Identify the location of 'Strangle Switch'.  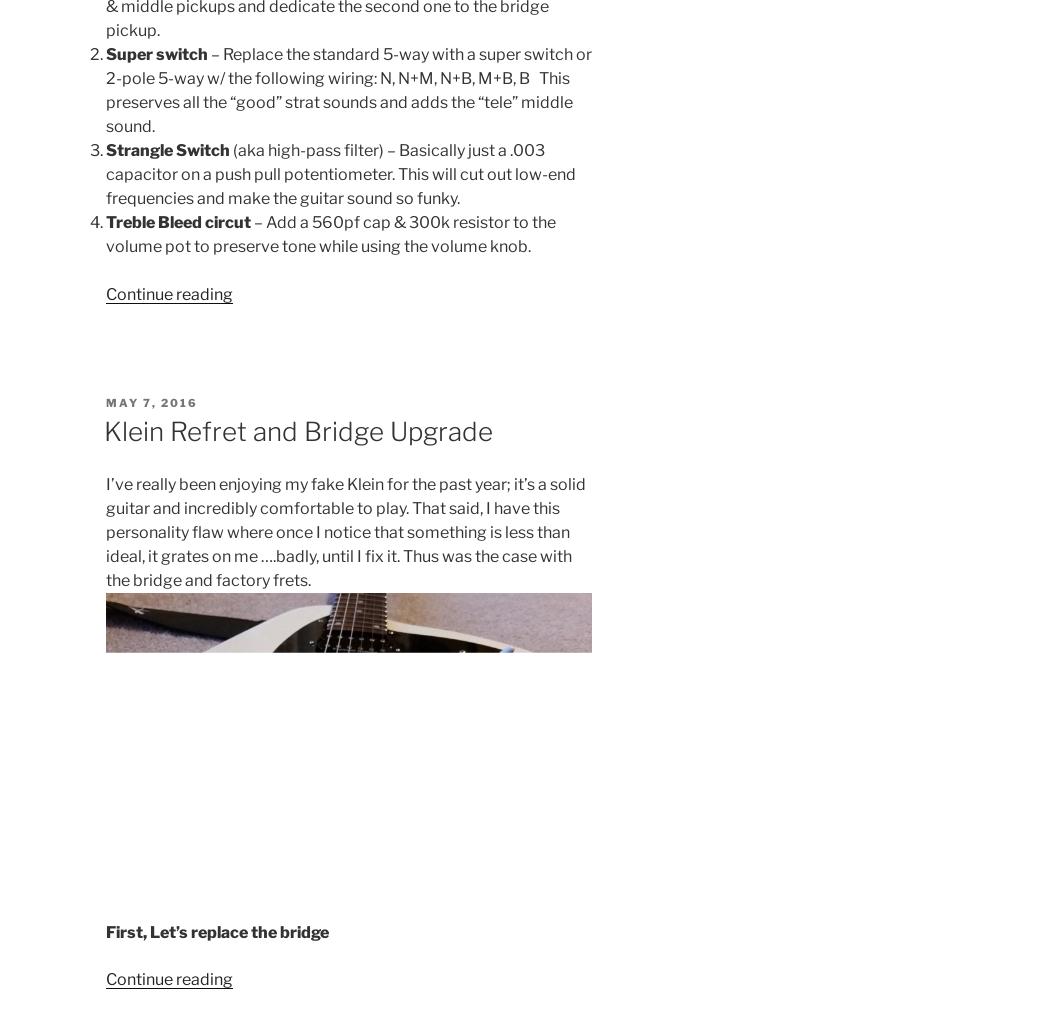
(166, 150).